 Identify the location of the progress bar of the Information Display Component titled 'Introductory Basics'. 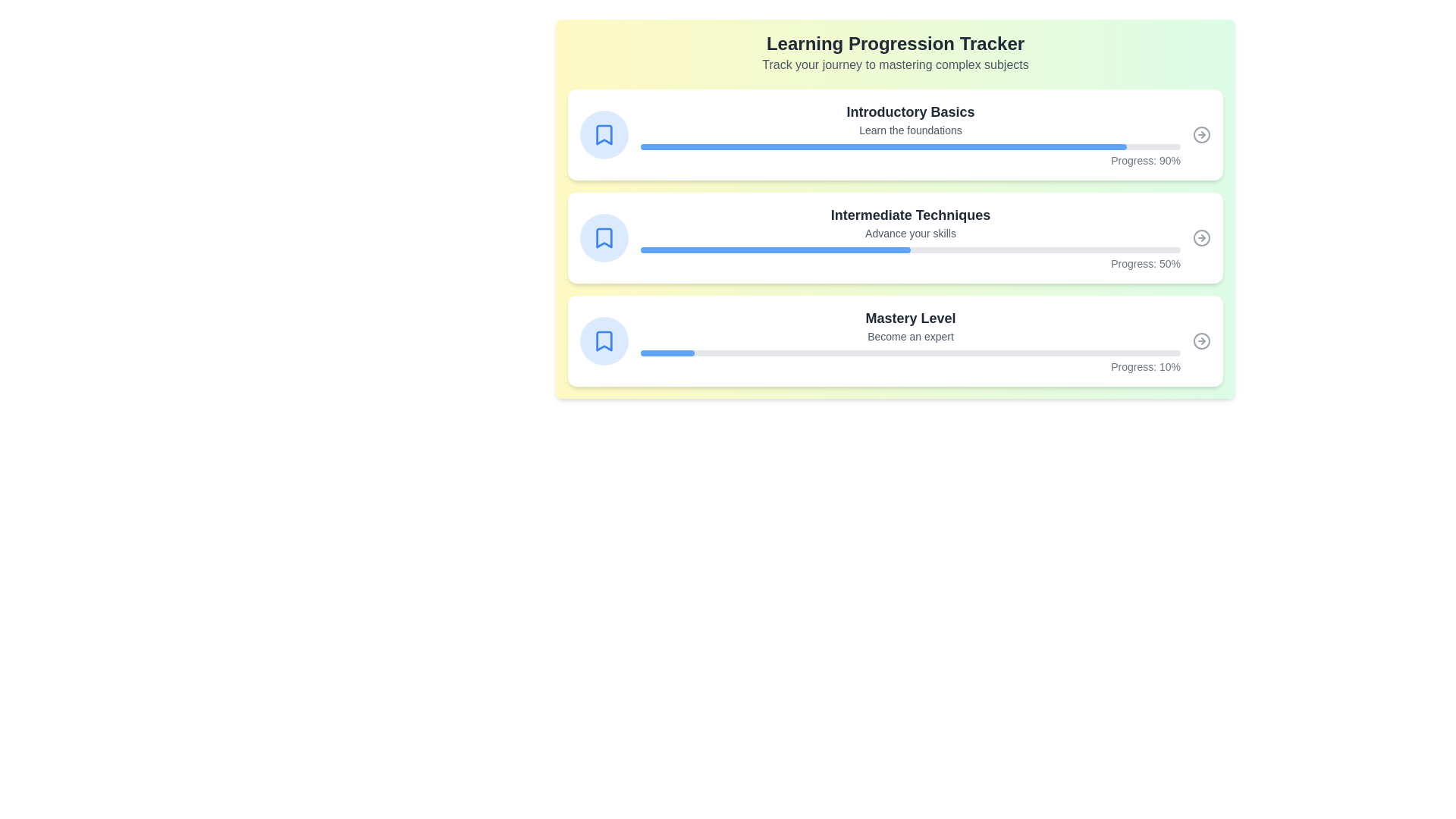
(910, 133).